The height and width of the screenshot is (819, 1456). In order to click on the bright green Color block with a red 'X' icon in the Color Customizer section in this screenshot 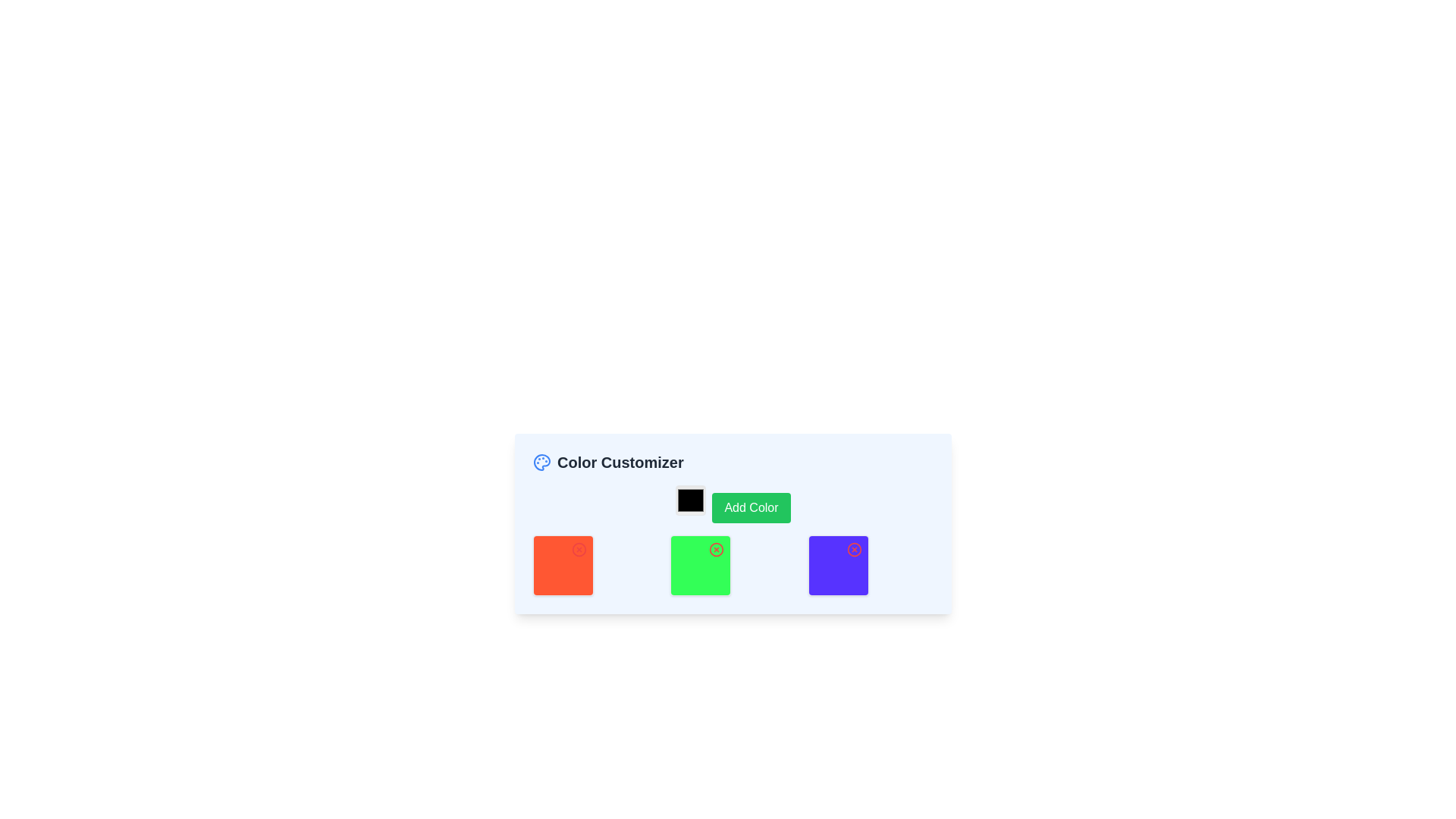, I will do `click(733, 565)`.